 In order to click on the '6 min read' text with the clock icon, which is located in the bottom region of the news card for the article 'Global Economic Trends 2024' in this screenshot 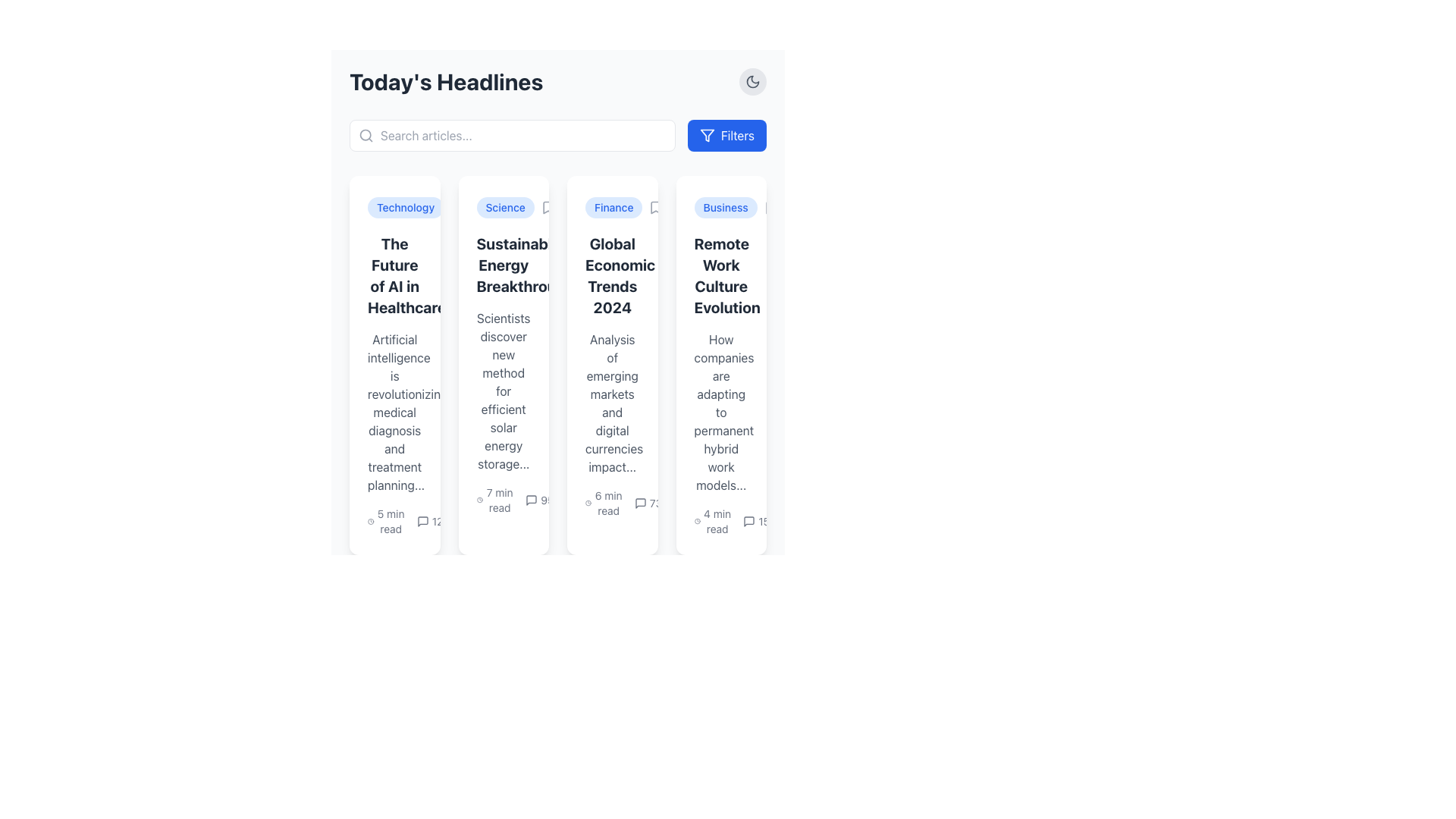, I will do `click(603, 503)`.